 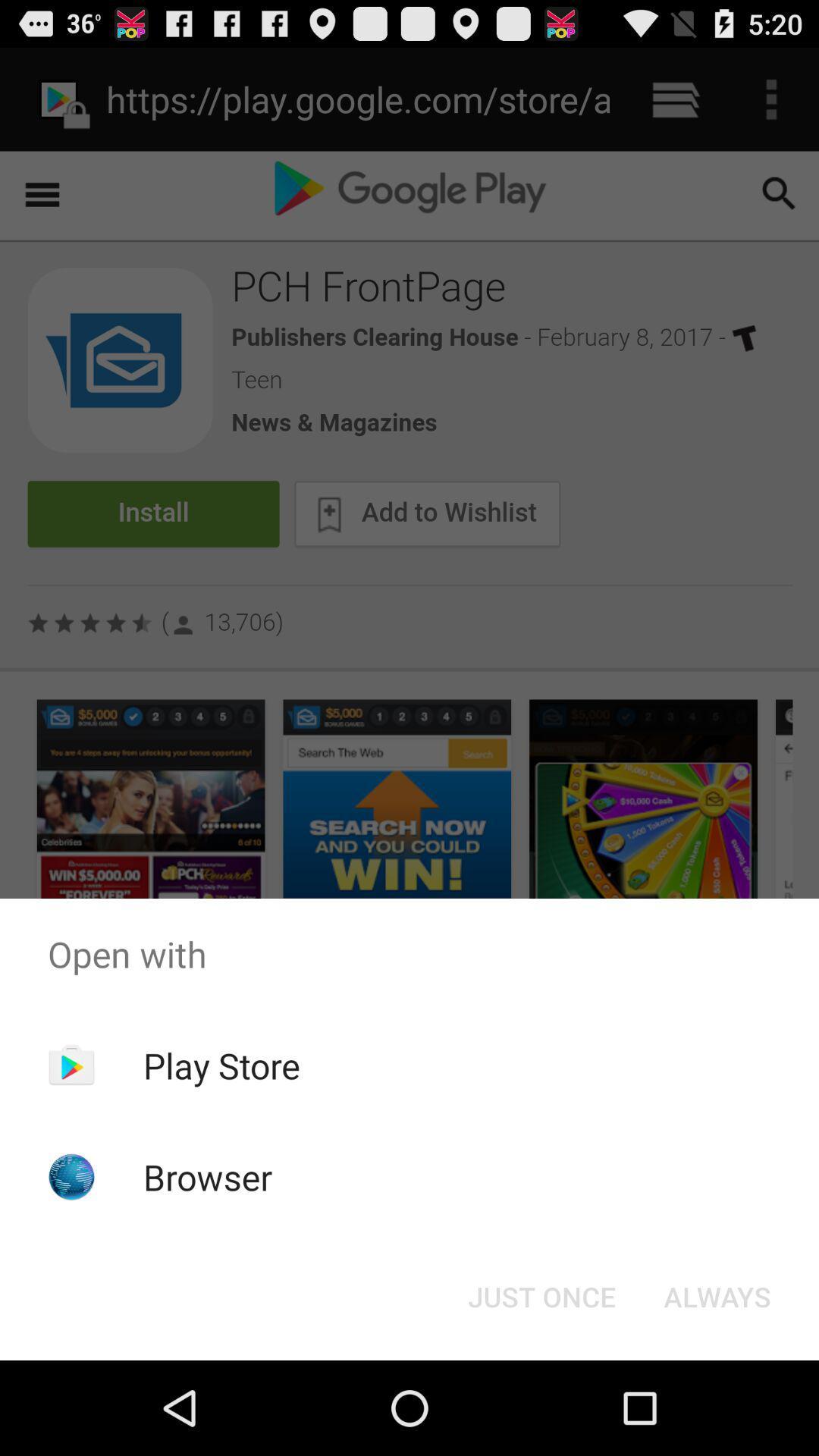 I want to click on item below open with app, so click(x=541, y=1295).